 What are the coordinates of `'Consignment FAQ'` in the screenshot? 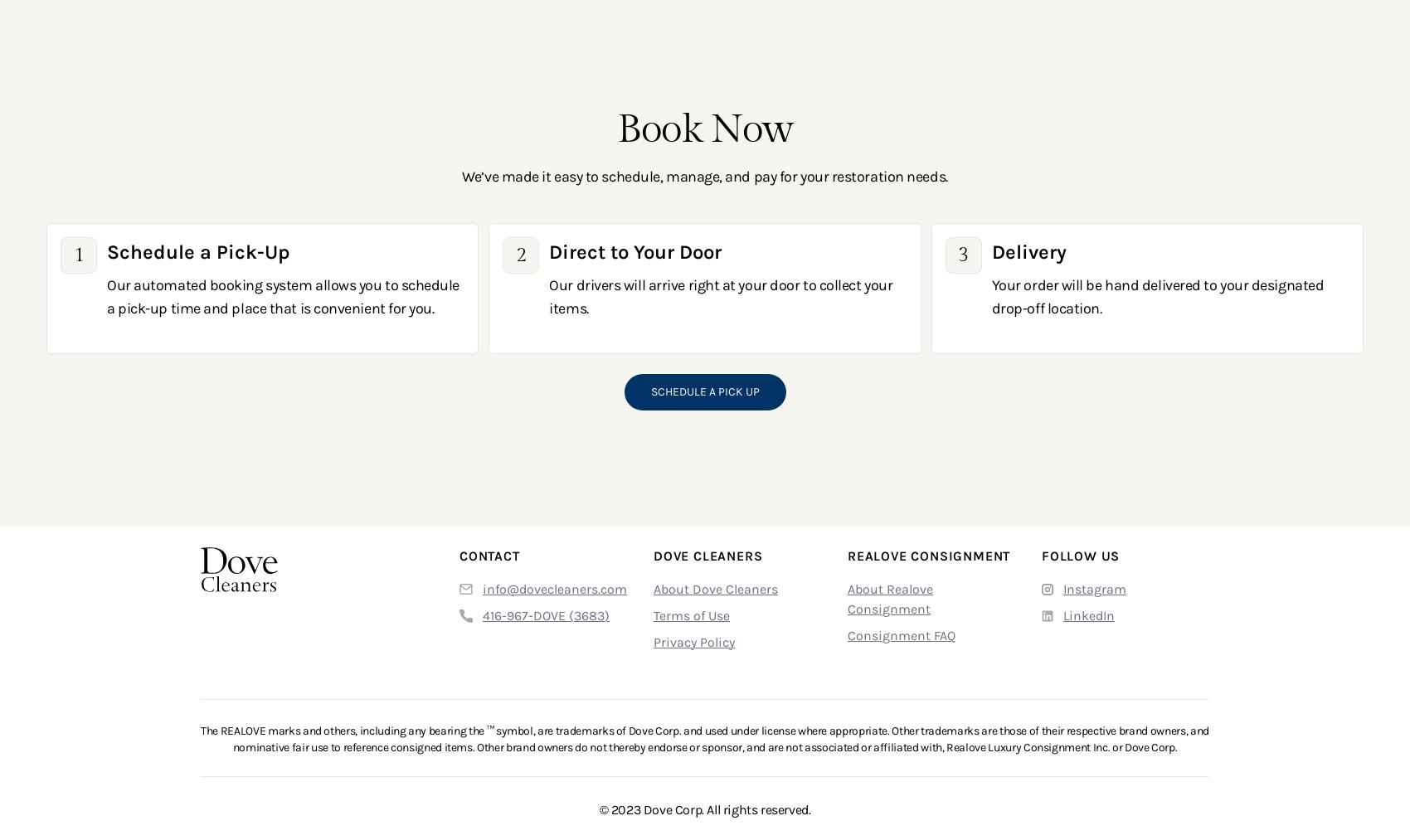 It's located at (901, 634).